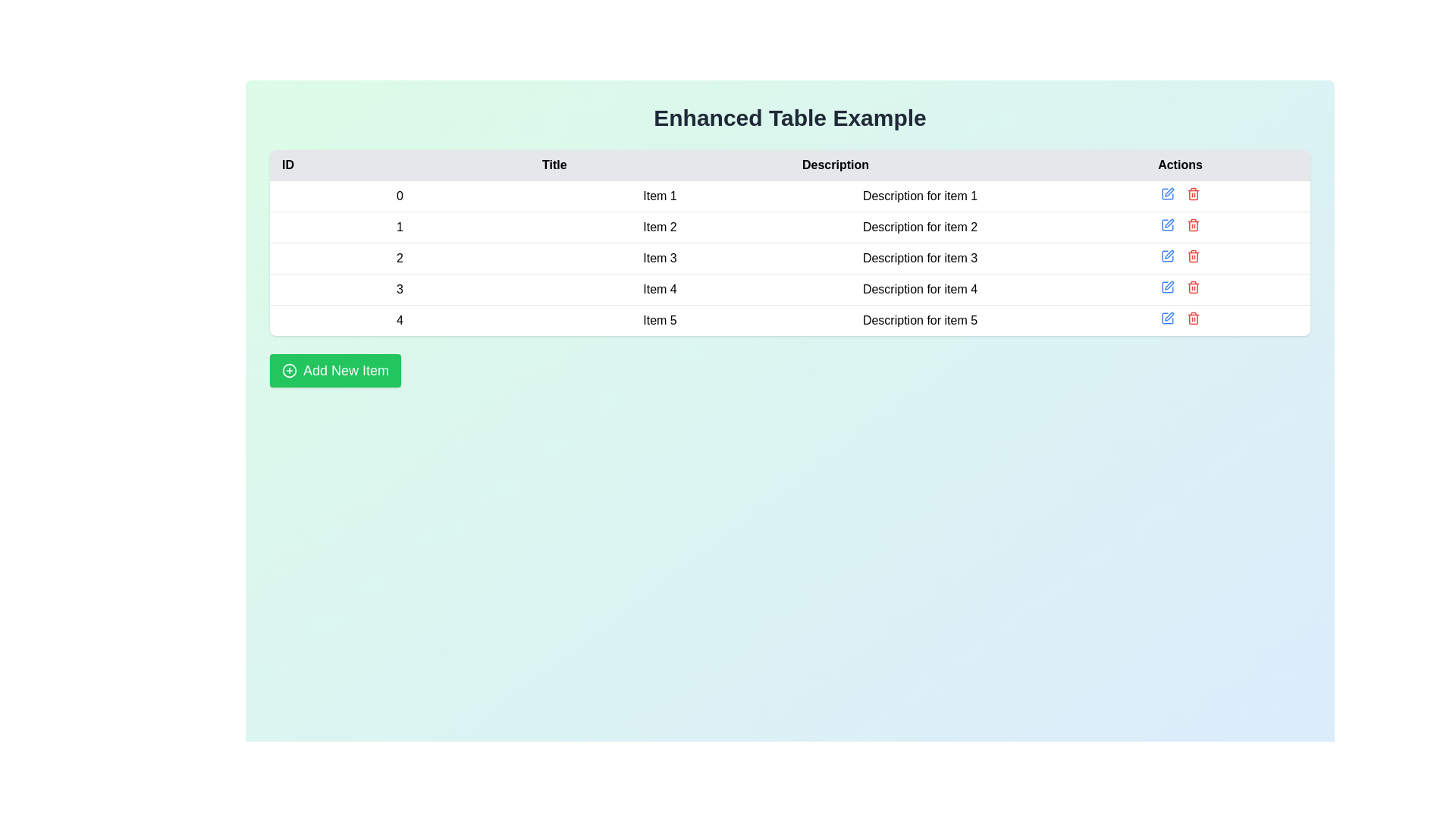 The image size is (1456, 819). What do you see at coordinates (660, 257) in the screenshot?
I see `the static text label displaying 'Item 3', which is located in the second column of the third row of the table under the 'Title' header` at bounding box center [660, 257].